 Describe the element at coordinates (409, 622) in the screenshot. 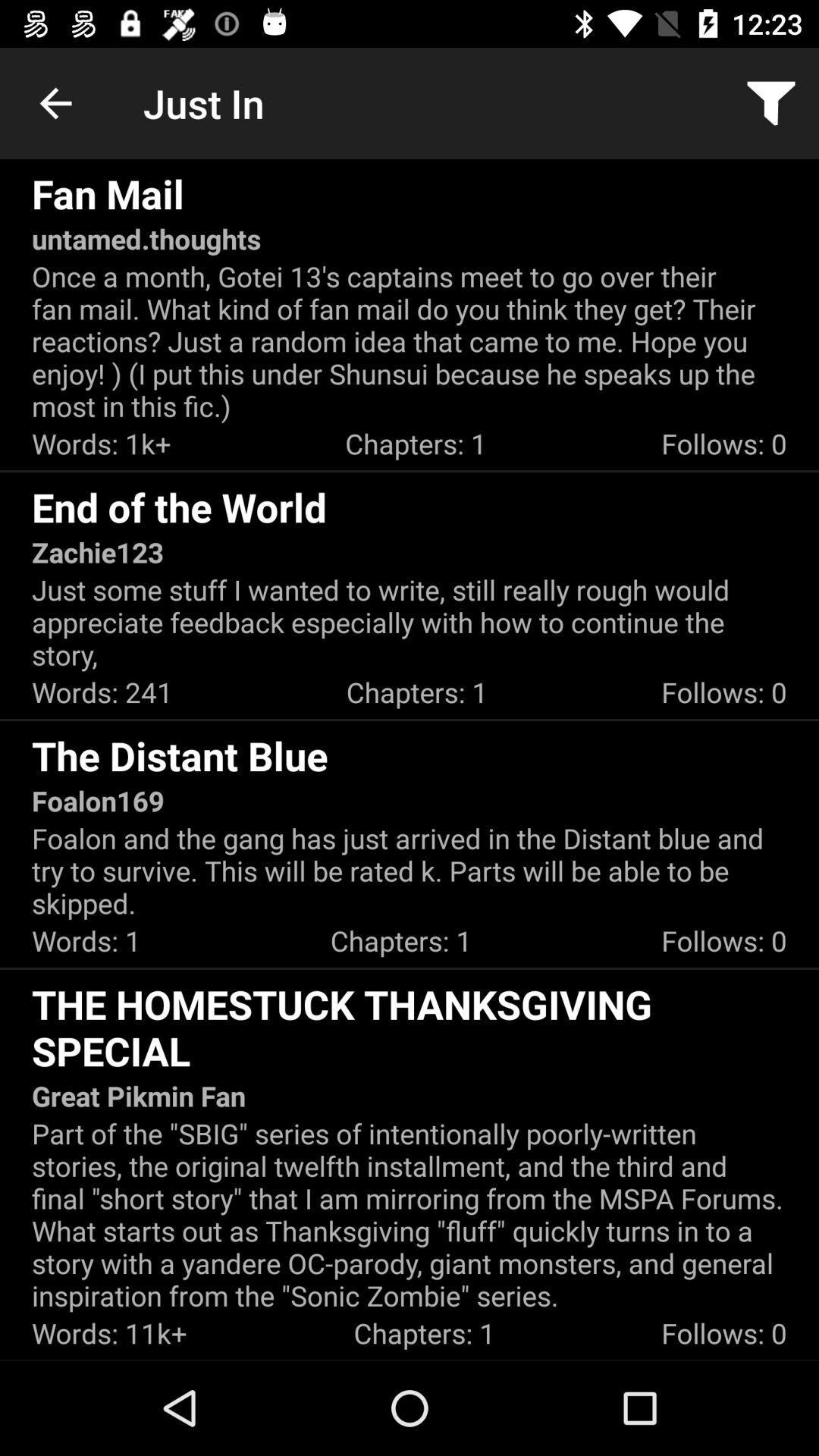

I see `icon below zachie123` at that location.